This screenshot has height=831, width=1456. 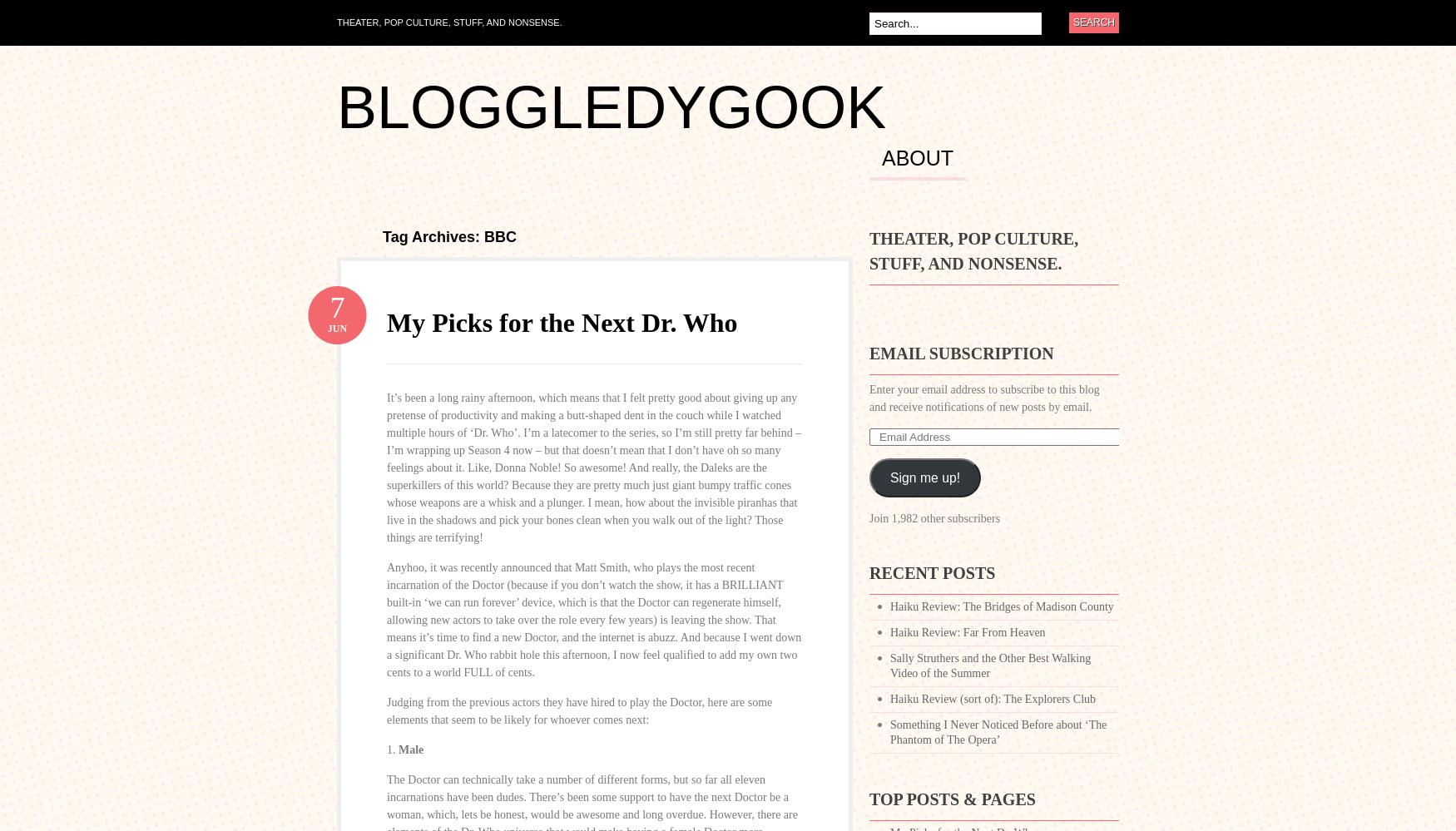 What do you see at coordinates (951, 799) in the screenshot?
I see `'Top Posts & Pages'` at bounding box center [951, 799].